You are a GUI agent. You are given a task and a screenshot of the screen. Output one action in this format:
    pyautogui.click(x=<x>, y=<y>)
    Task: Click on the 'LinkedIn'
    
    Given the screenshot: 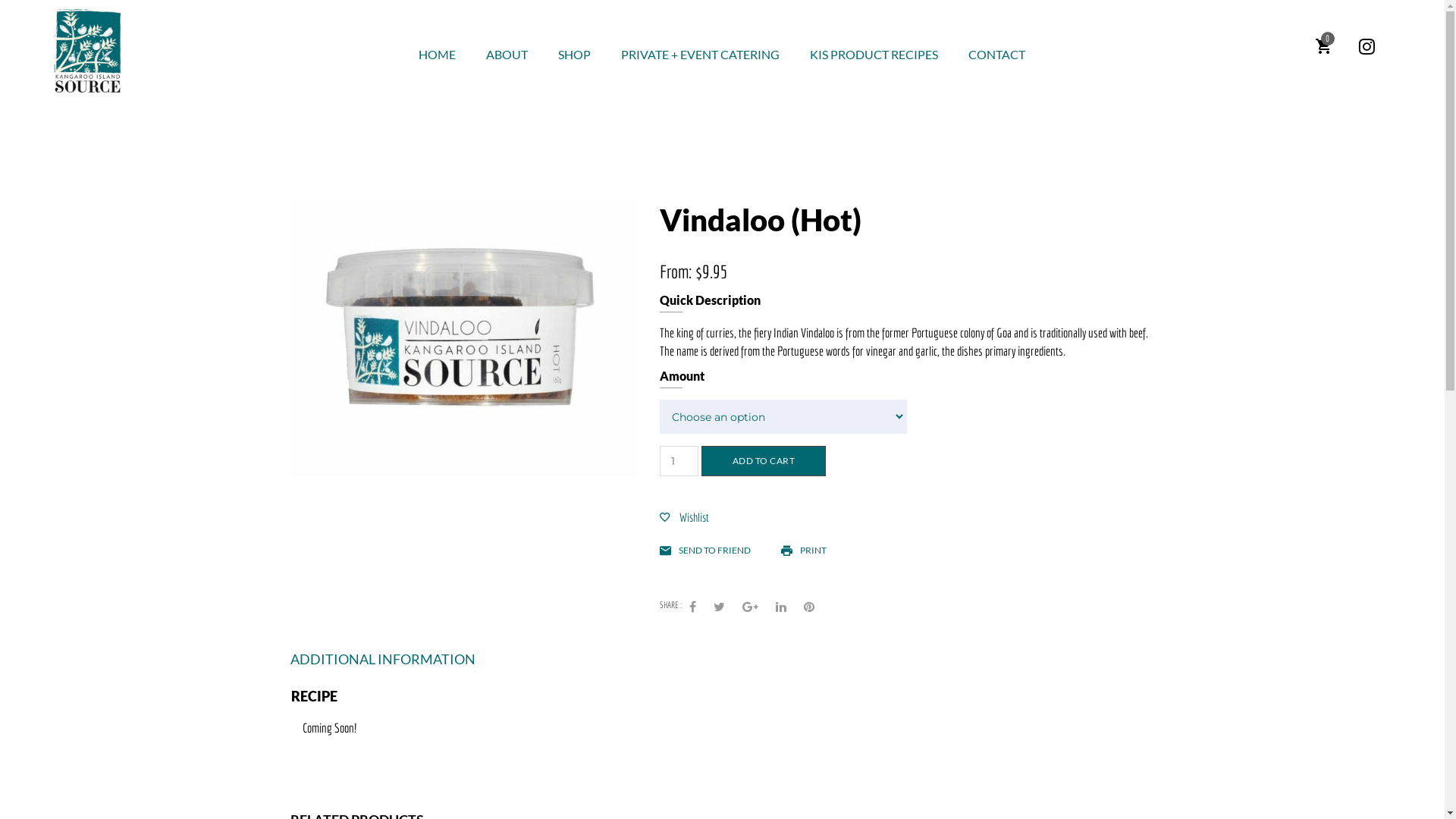 What is the action you would take?
    pyautogui.click(x=781, y=605)
    